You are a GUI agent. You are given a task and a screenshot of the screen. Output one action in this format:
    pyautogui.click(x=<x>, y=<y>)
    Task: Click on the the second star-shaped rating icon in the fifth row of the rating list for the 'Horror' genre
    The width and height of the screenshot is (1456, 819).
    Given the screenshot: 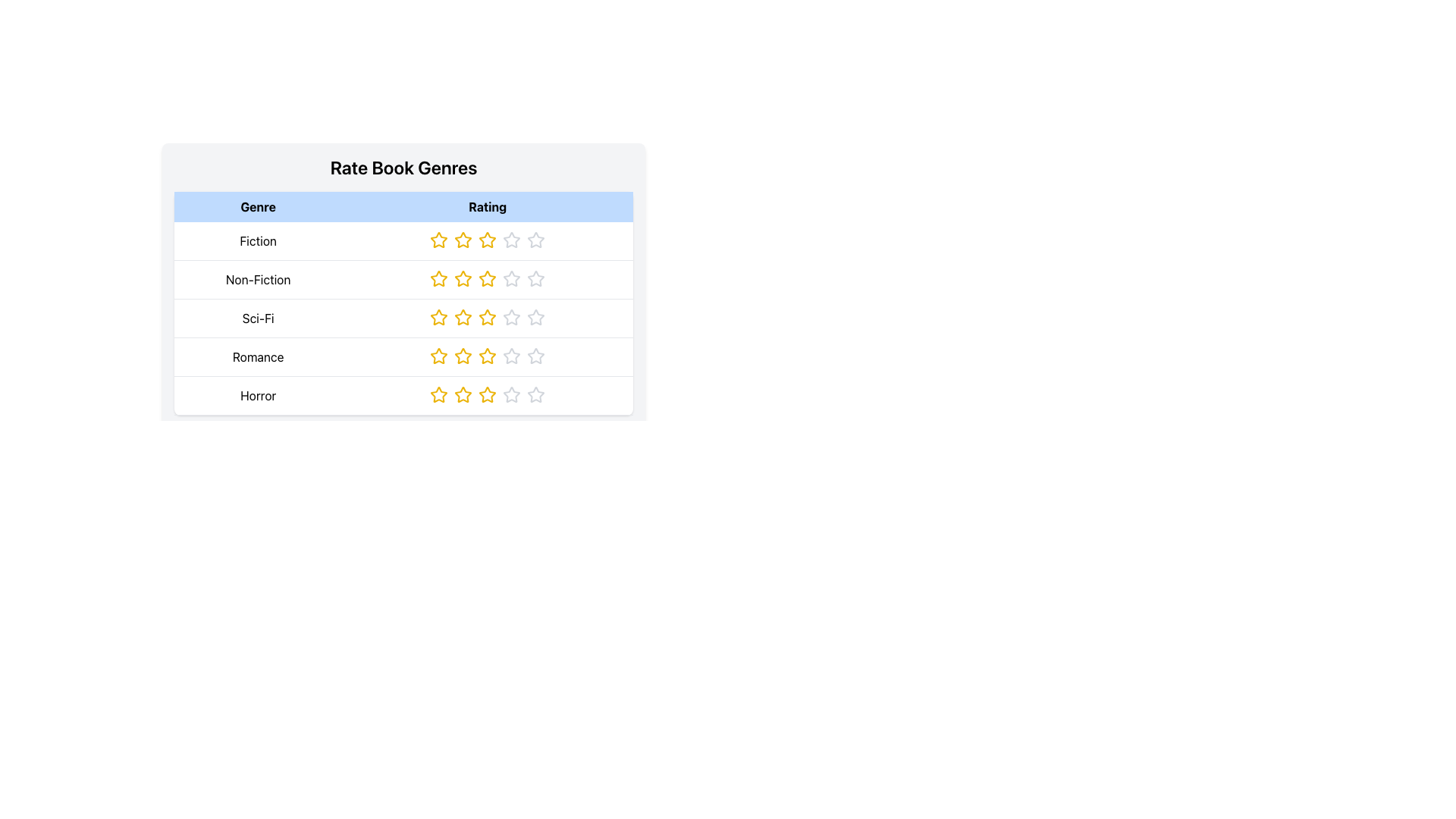 What is the action you would take?
    pyautogui.click(x=463, y=394)
    